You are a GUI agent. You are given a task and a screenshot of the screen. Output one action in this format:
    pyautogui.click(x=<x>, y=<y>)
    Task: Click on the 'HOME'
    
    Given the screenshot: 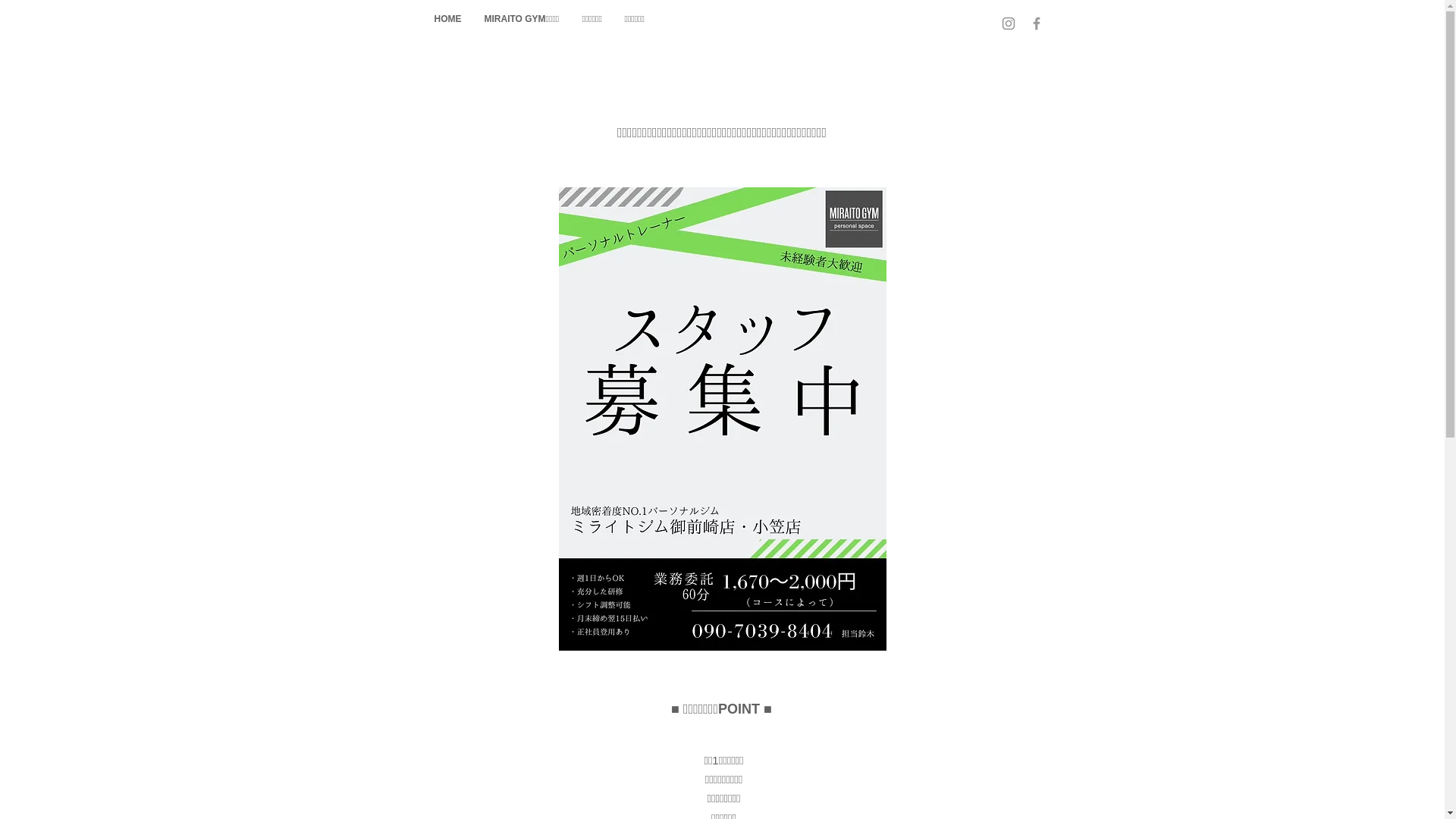 What is the action you would take?
    pyautogui.click(x=447, y=18)
    